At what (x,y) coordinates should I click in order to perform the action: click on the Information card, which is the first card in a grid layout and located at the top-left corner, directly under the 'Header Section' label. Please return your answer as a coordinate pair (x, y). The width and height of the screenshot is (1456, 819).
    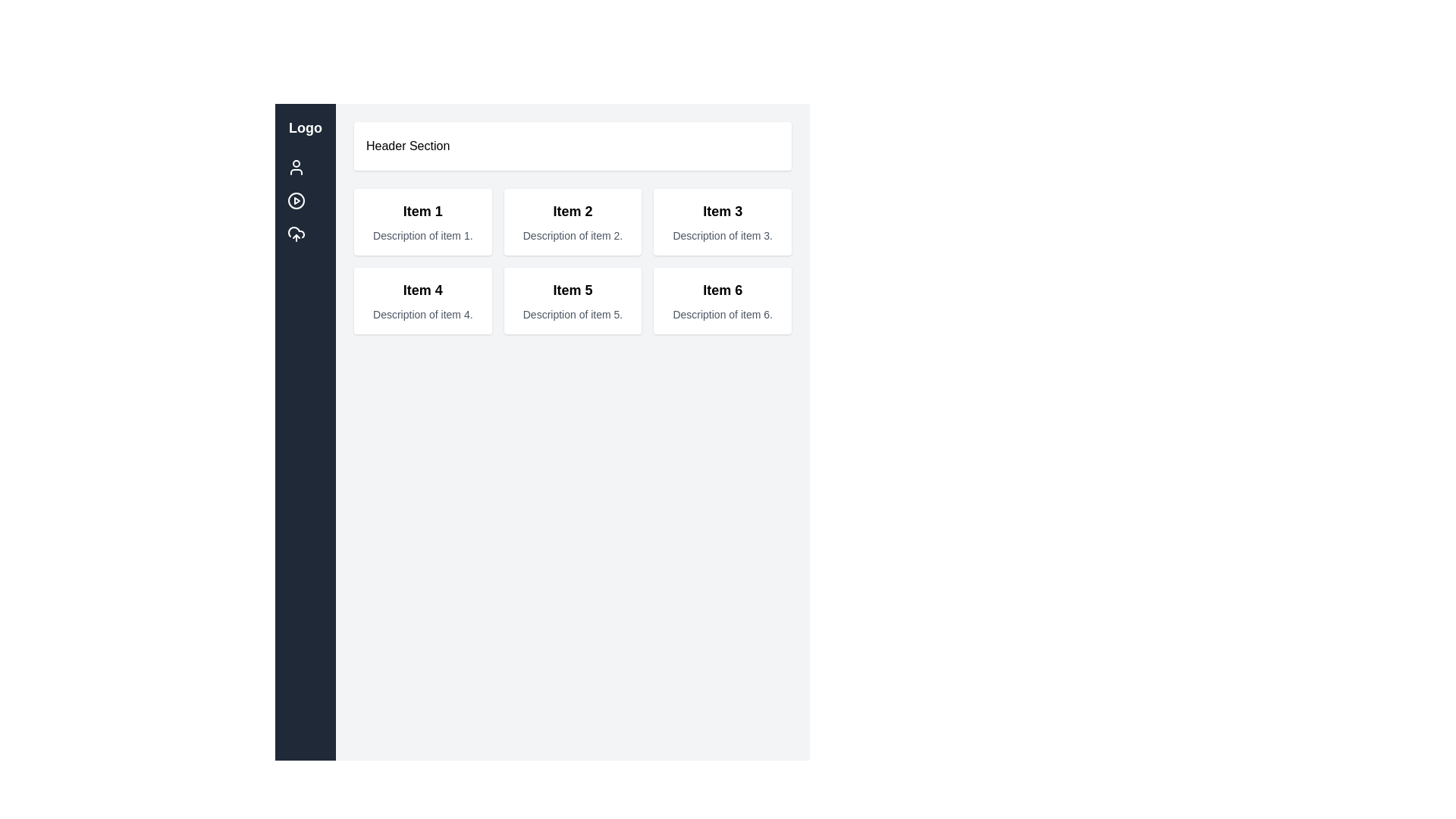
    Looking at the image, I should click on (422, 222).